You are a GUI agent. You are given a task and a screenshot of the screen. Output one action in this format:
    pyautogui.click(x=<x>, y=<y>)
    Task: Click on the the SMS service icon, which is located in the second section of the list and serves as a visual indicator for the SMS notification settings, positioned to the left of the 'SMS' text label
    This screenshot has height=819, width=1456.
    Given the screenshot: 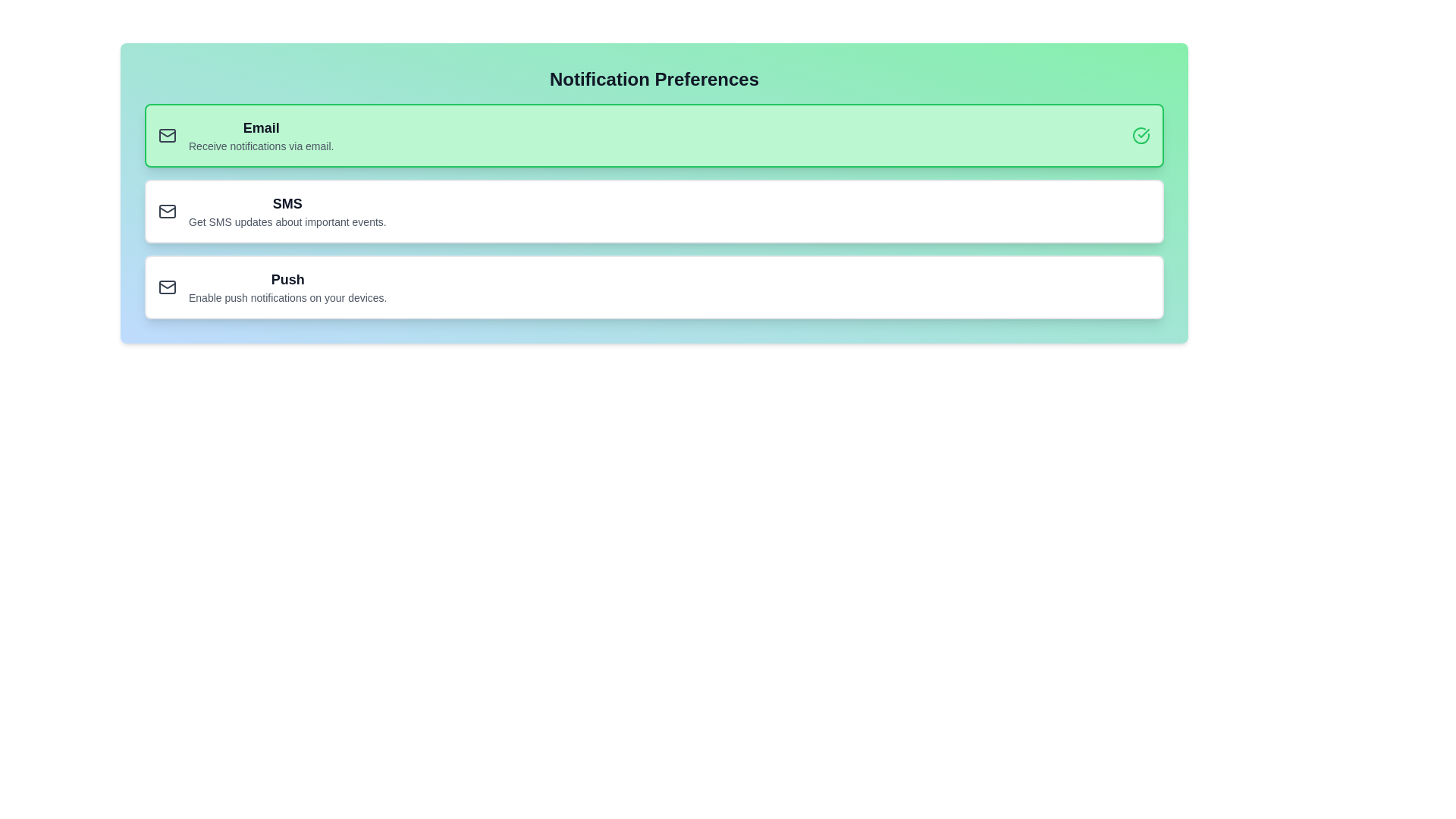 What is the action you would take?
    pyautogui.click(x=167, y=211)
    